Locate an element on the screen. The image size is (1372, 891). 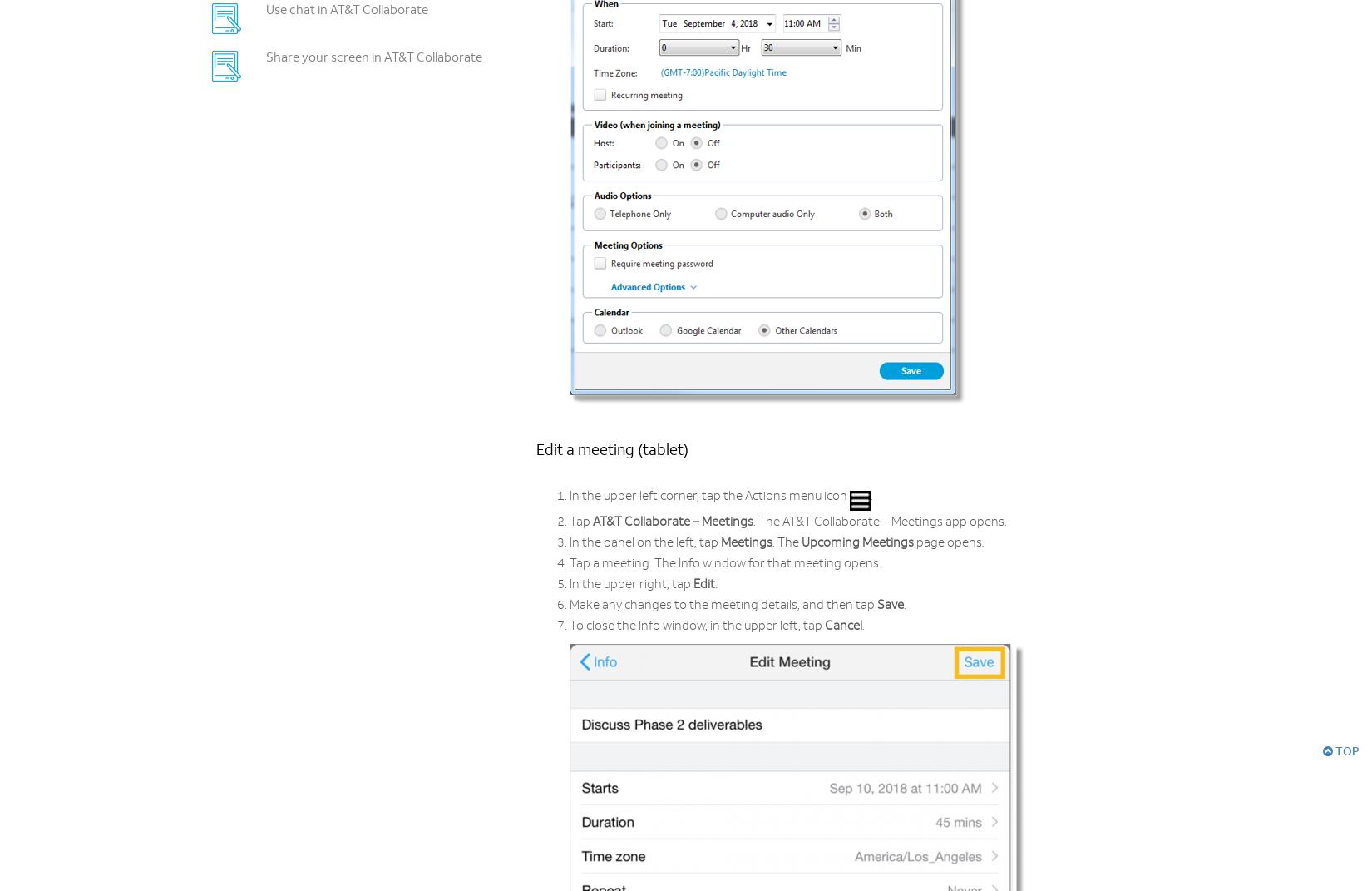
'Make any changes to the meeting details, and then tap' is located at coordinates (723, 606).